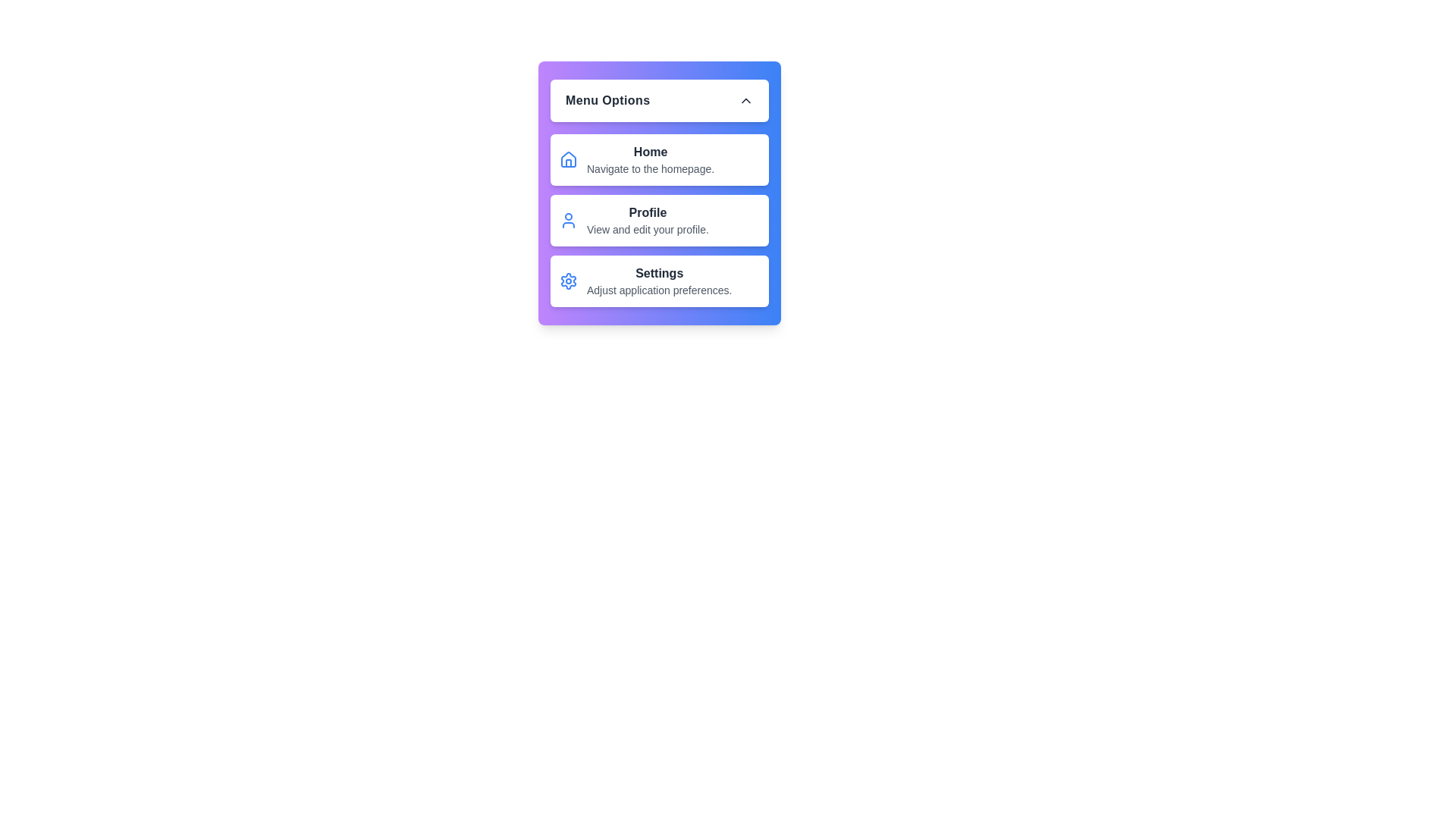 Image resolution: width=1456 pixels, height=819 pixels. I want to click on the menu item labeled Settings to trigger its action, so click(659, 281).